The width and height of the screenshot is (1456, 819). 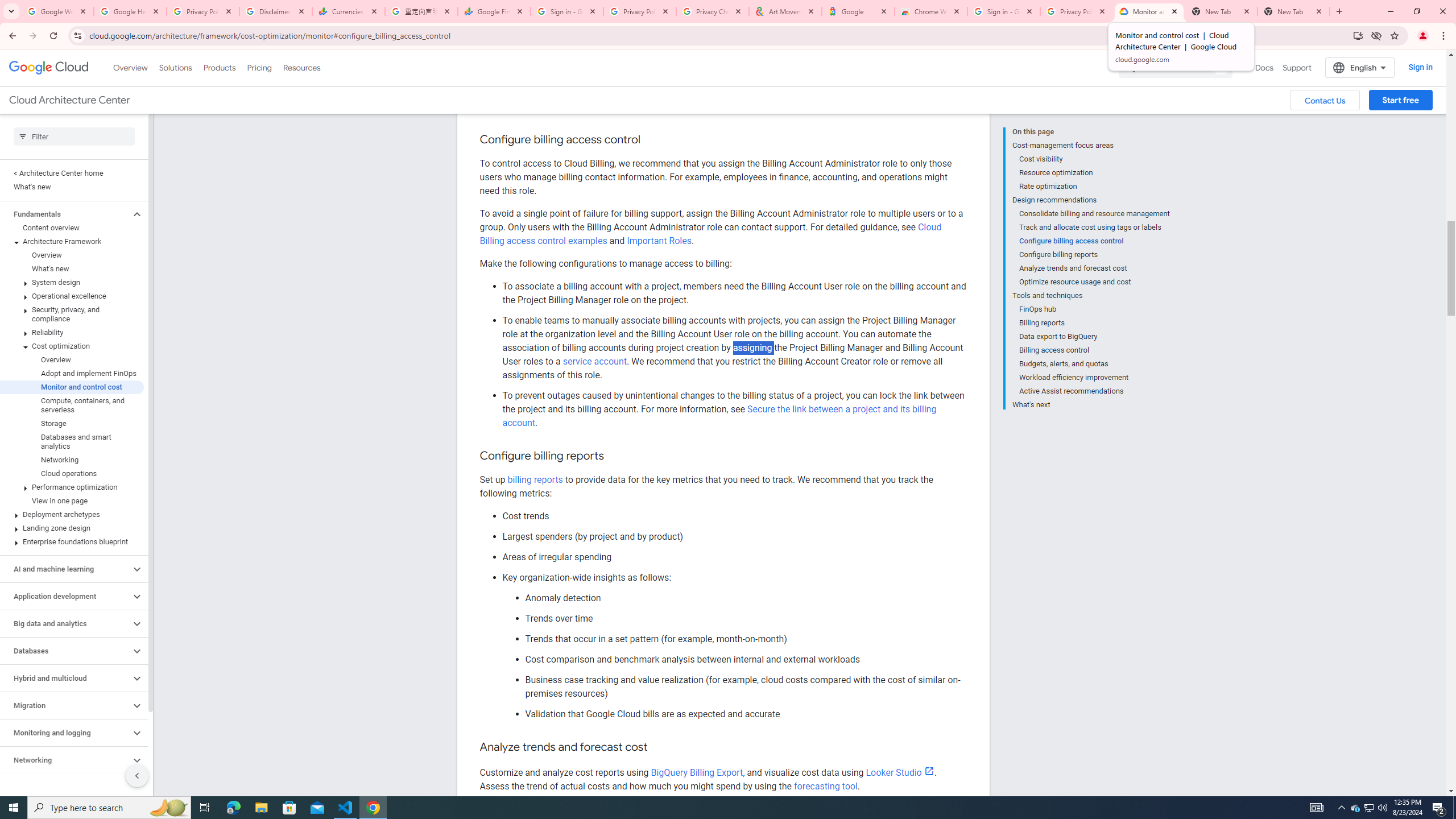 What do you see at coordinates (1094, 185) in the screenshot?
I see `'Rate optimization'` at bounding box center [1094, 185].